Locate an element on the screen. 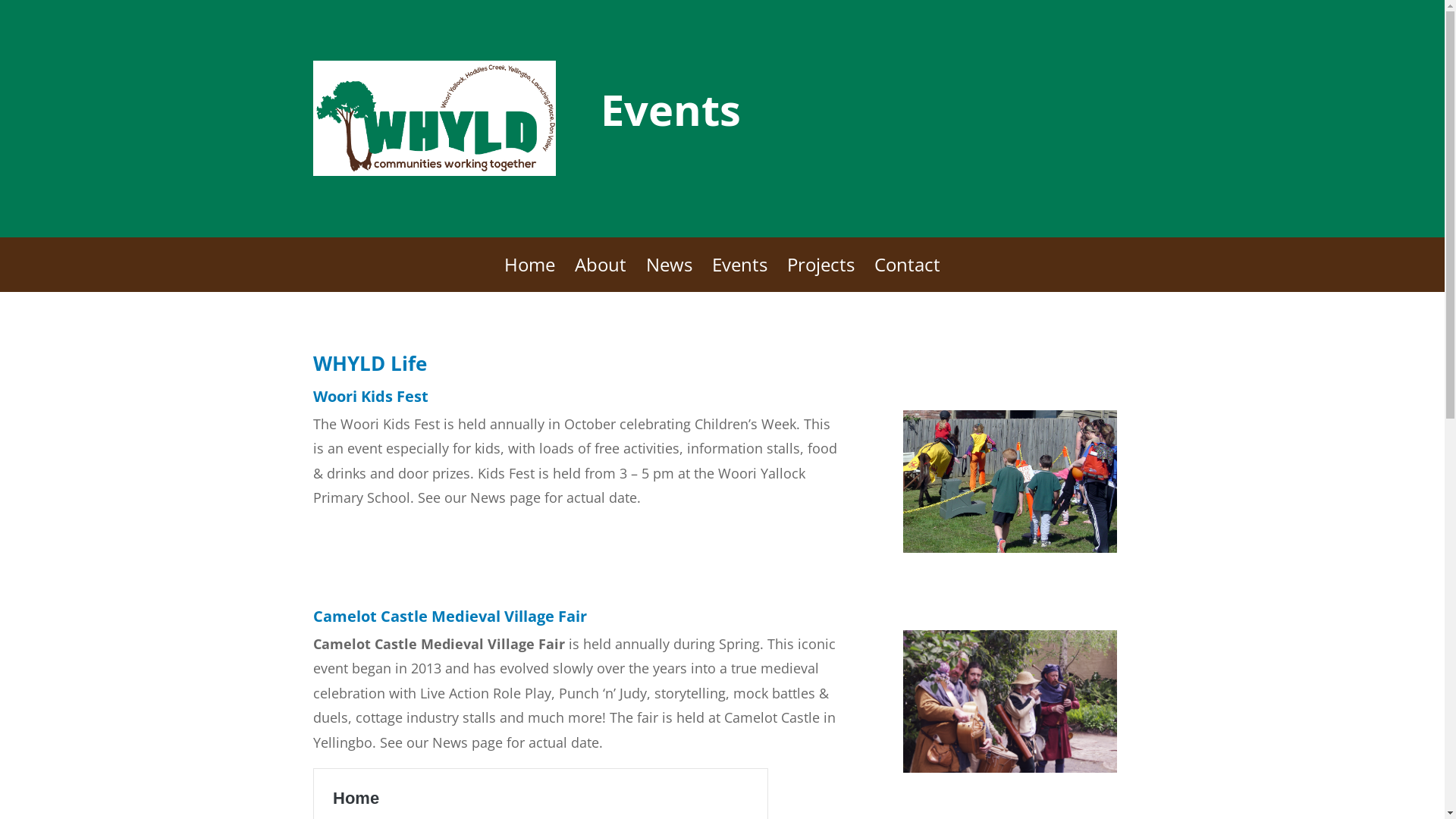  'Projects' is located at coordinates (820, 275).